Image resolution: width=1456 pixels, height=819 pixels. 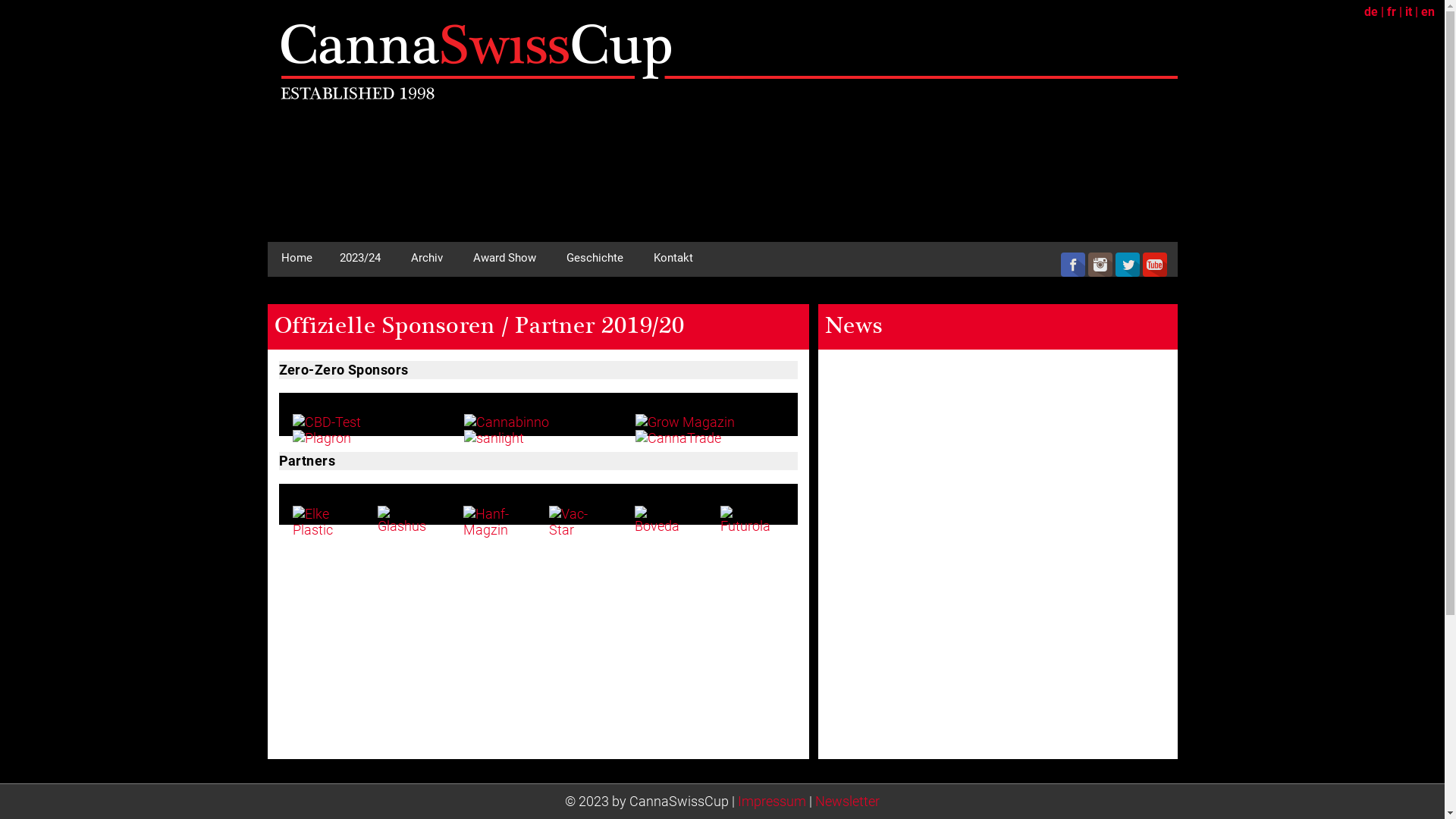 I want to click on 'Plagron', so click(x=321, y=438).